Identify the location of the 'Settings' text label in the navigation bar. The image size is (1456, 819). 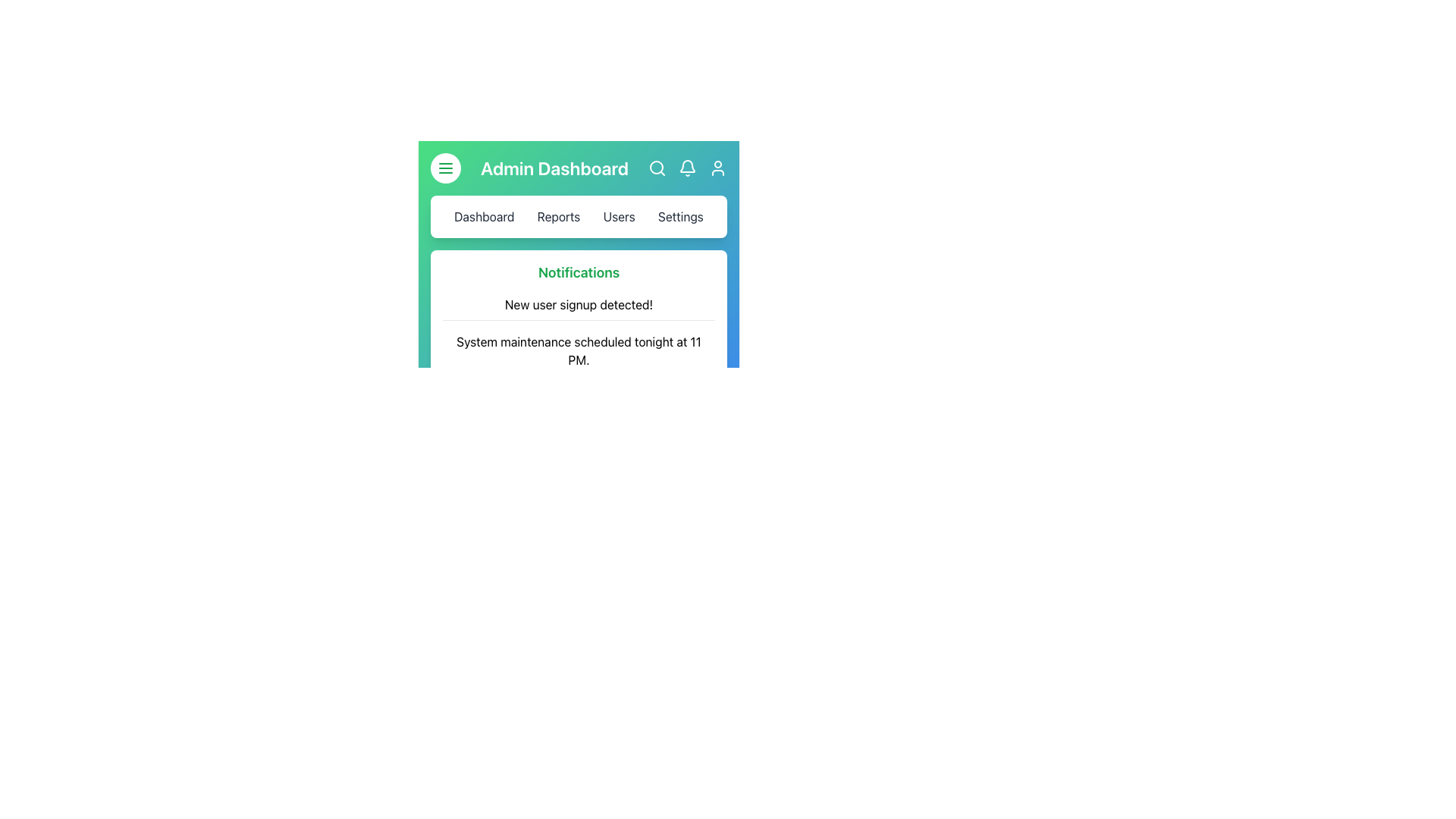
(679, 216).